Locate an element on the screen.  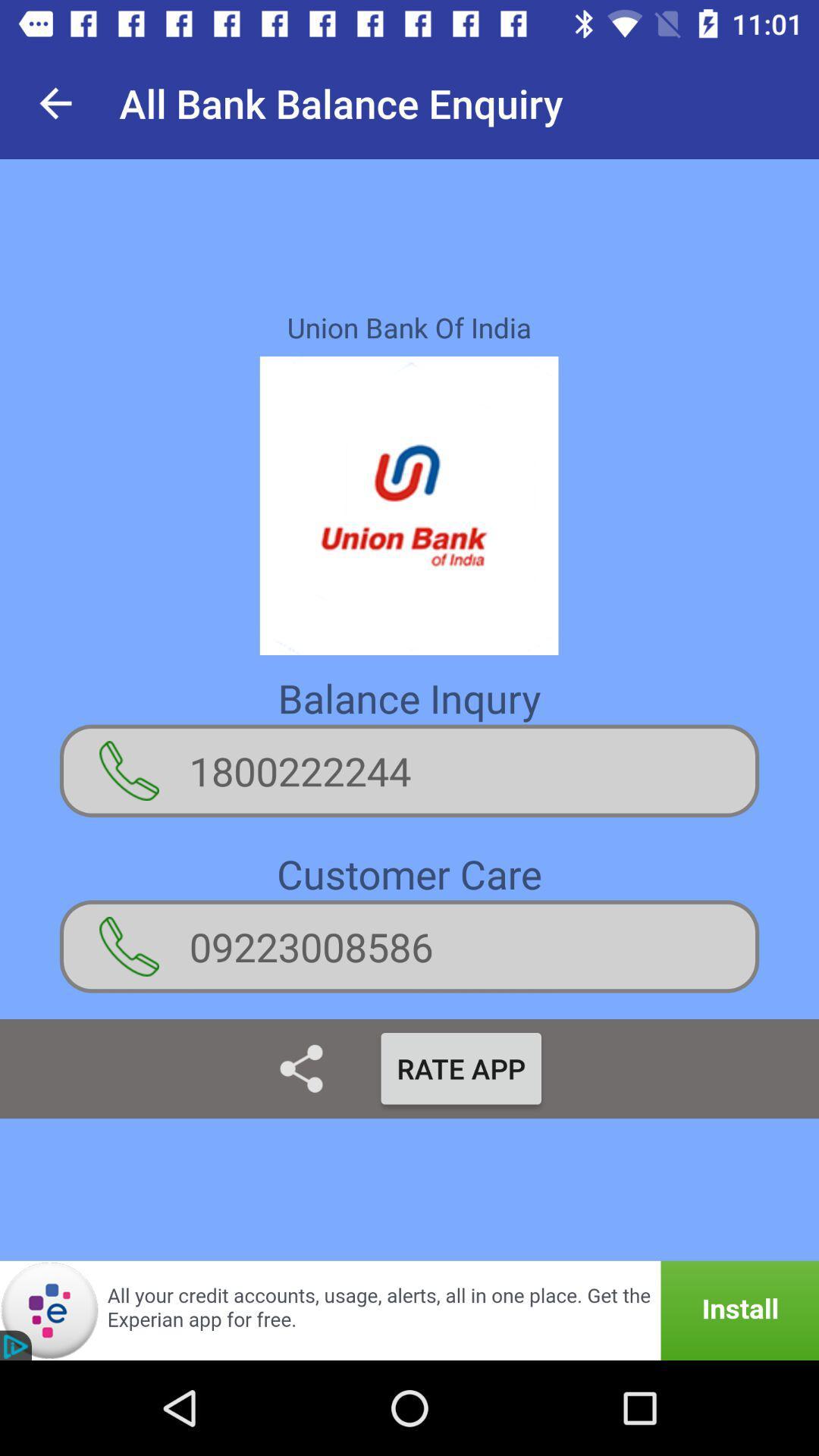
rate app icon is located at coordinates (460, 1068).